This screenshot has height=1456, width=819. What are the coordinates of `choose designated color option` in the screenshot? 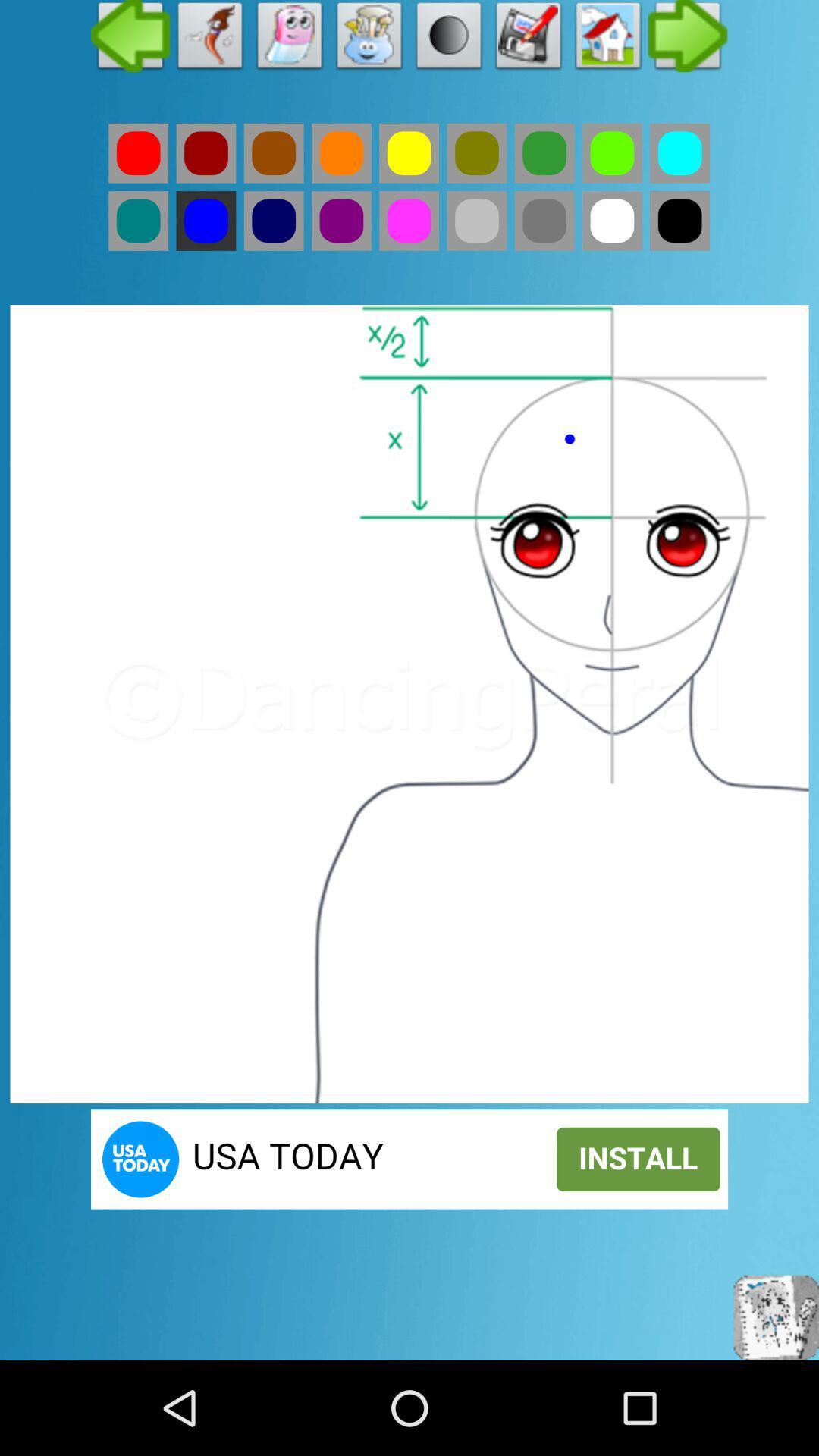 It's located at (475, 153).